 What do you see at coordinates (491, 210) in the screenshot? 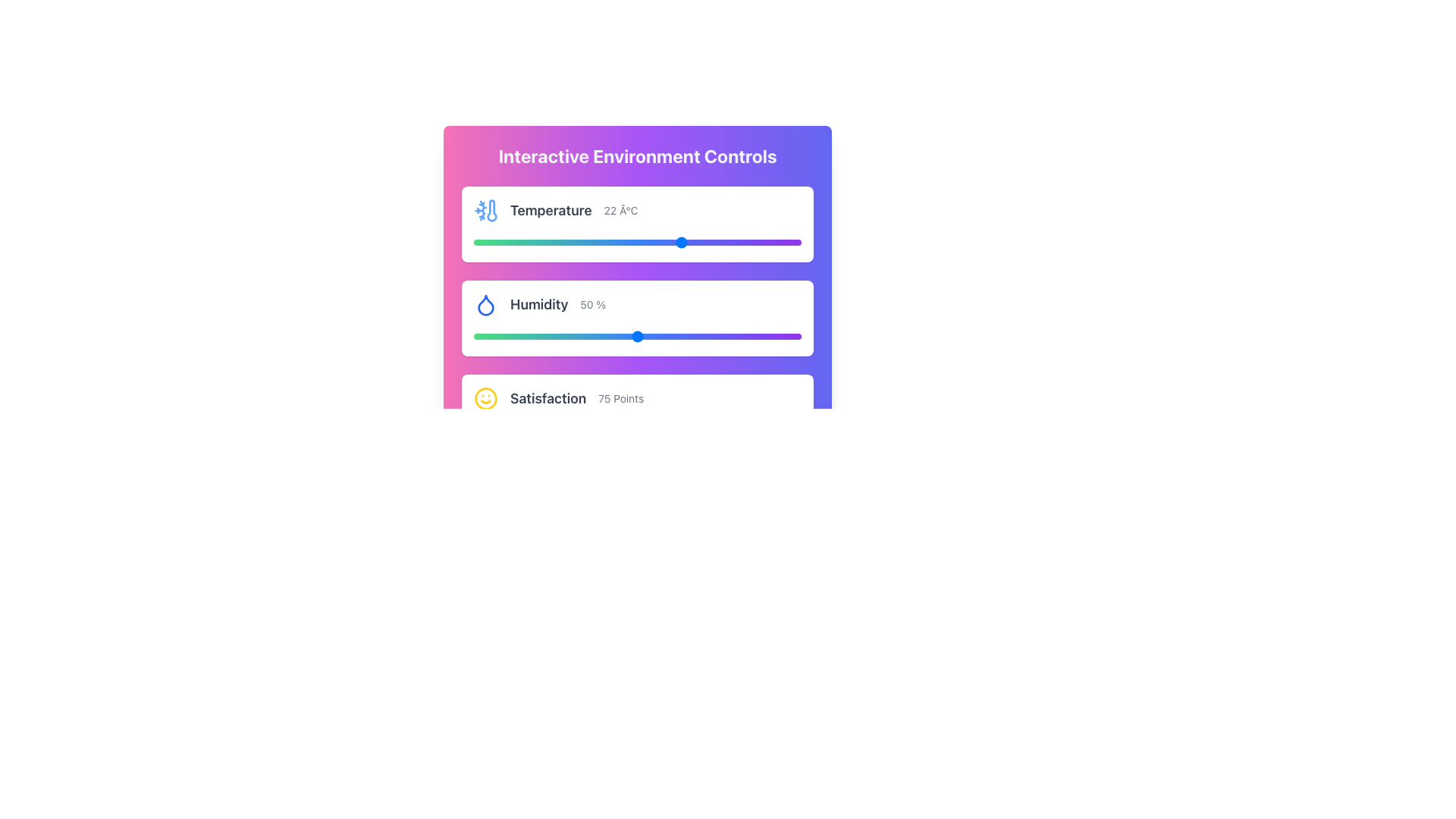
I see `the vector graphic icon depicting a thermometer with a snowflake, located next to the label 'Temperature' in the first row of the interactive environment controls panel` at bounding box center [491, 210].